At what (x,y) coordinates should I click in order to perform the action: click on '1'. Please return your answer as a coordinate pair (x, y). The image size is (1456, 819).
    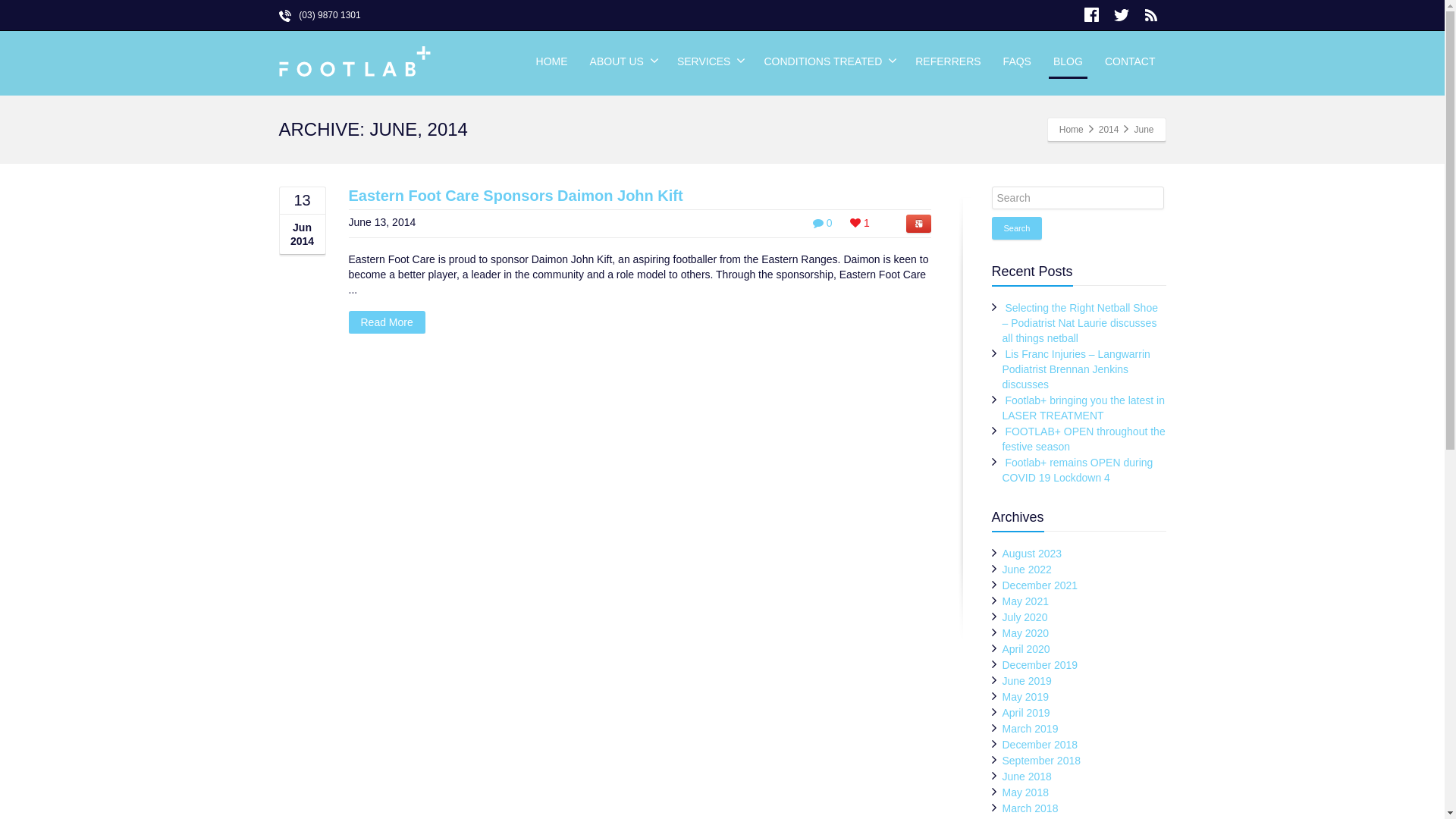
    Looking at the image, I should click on (859, 222).